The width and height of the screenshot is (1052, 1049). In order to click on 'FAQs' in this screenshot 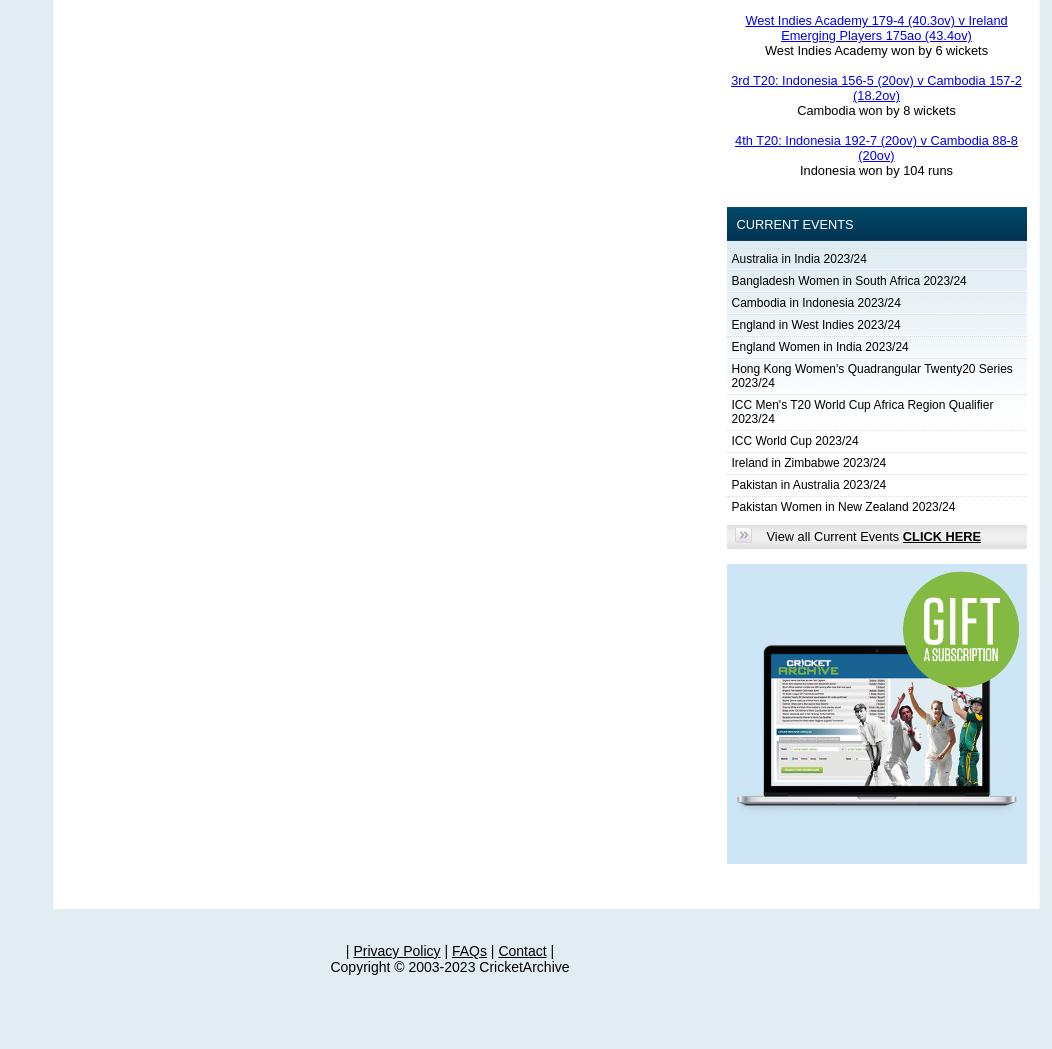, I will do `click(468, 951)`.